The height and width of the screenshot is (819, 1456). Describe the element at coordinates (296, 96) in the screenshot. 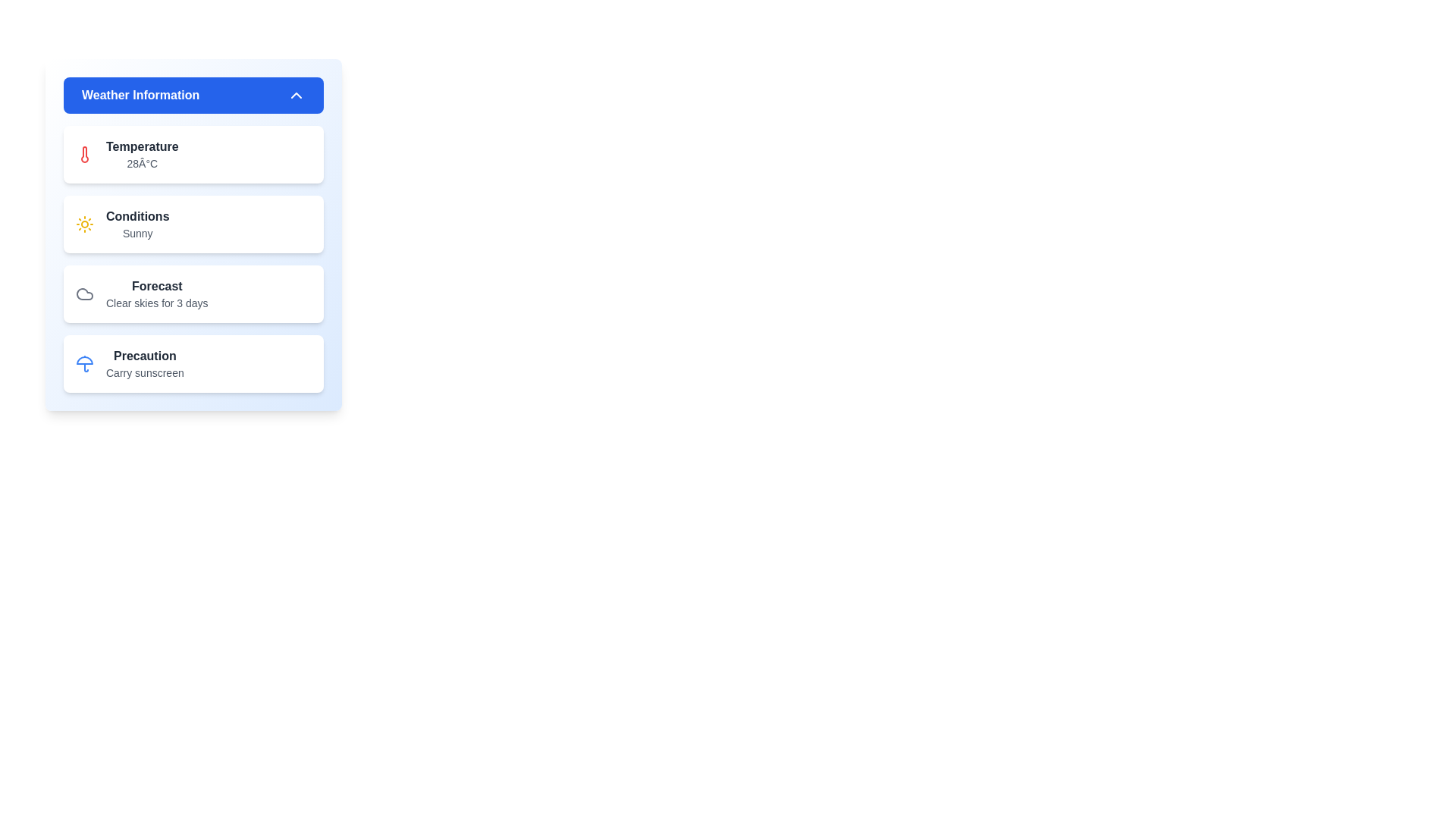

I see `the chevron-up icon located on the far-right side of the blue 'Weather Information' bar` at that location.